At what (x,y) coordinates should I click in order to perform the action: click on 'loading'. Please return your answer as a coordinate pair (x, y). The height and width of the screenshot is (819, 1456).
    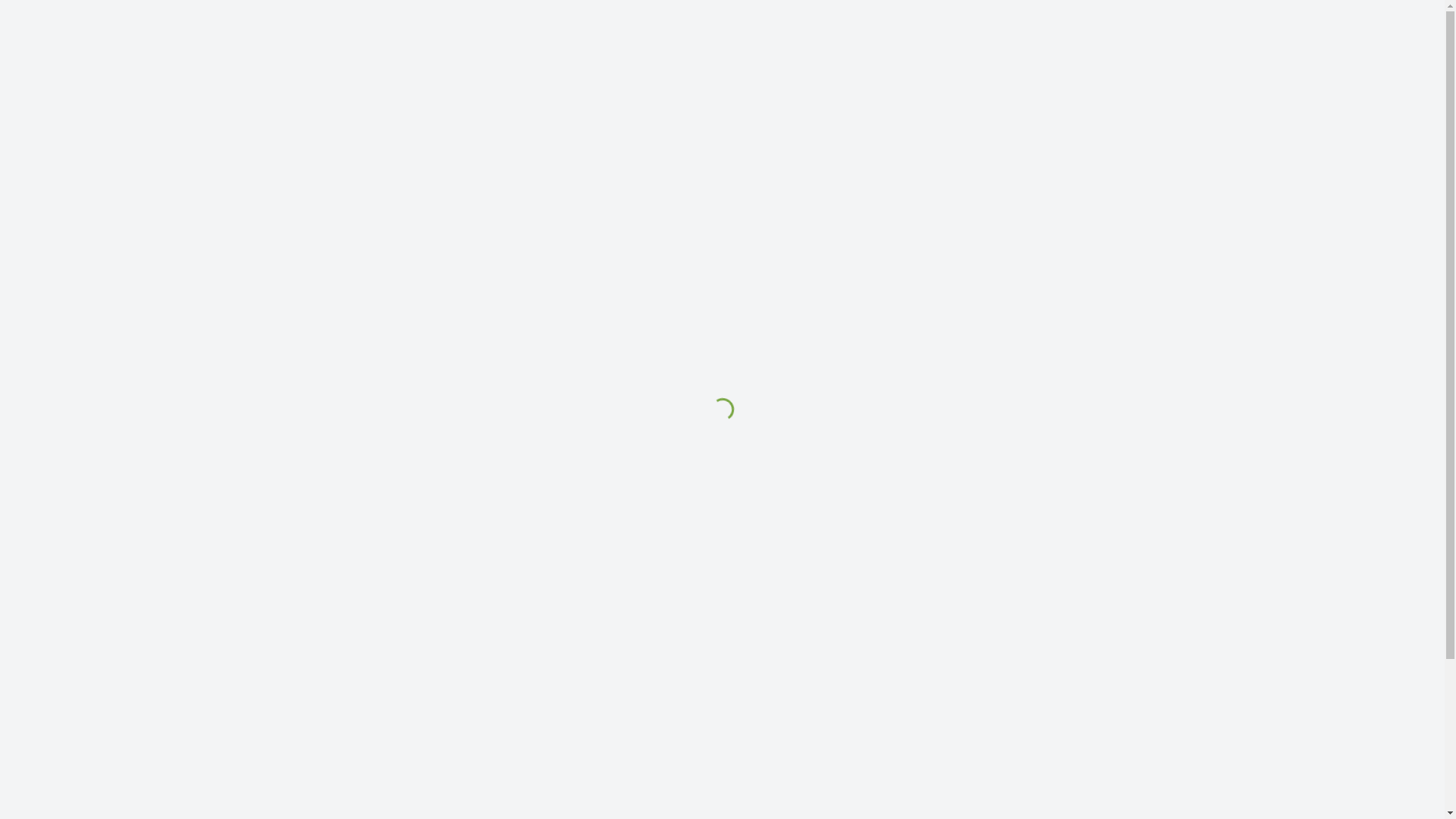
    Looking at the image, I should click on (717, 405).